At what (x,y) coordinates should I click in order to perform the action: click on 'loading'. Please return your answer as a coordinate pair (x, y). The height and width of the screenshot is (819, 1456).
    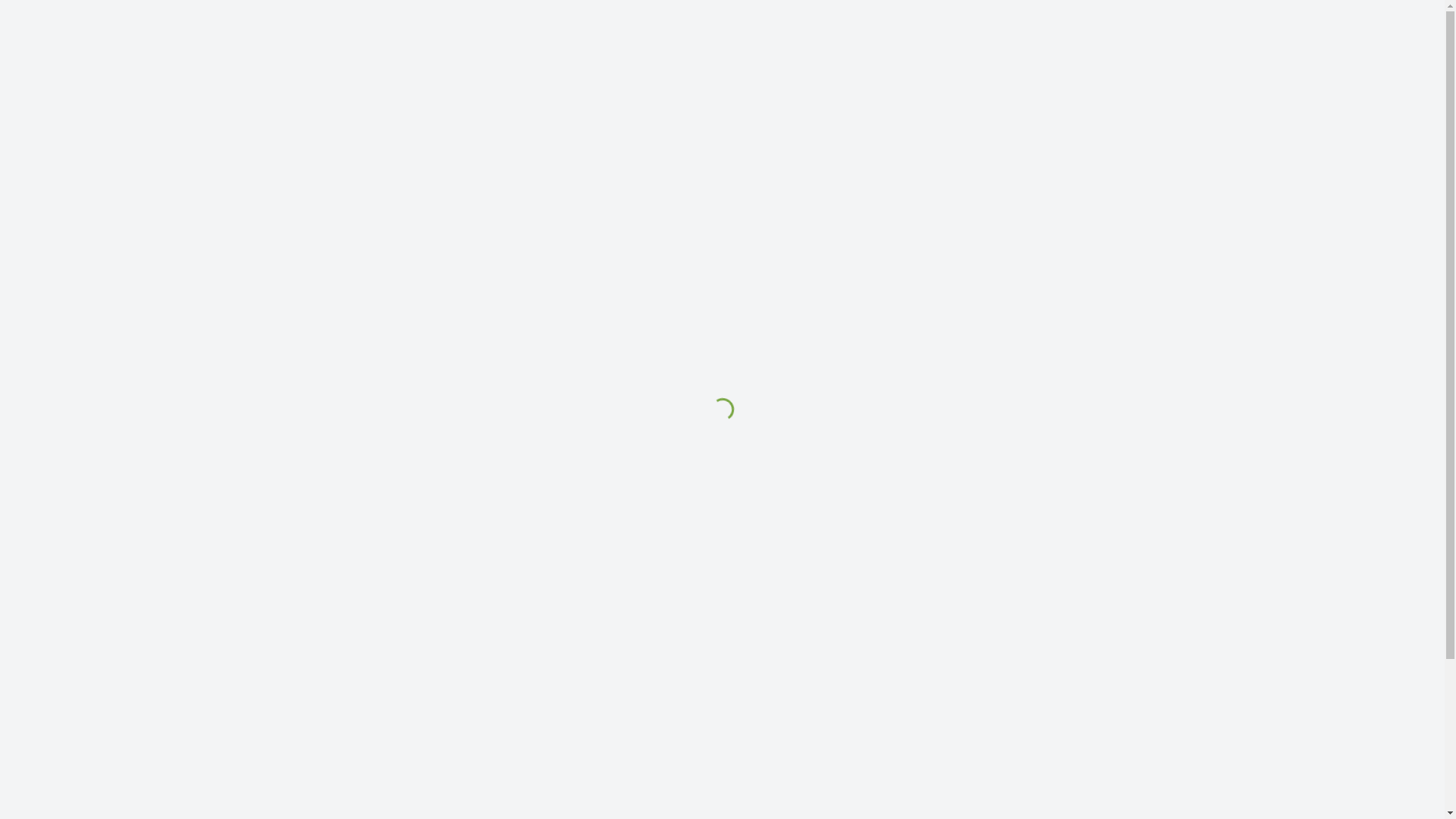
    Looking at the image, I should click on (717, 405).